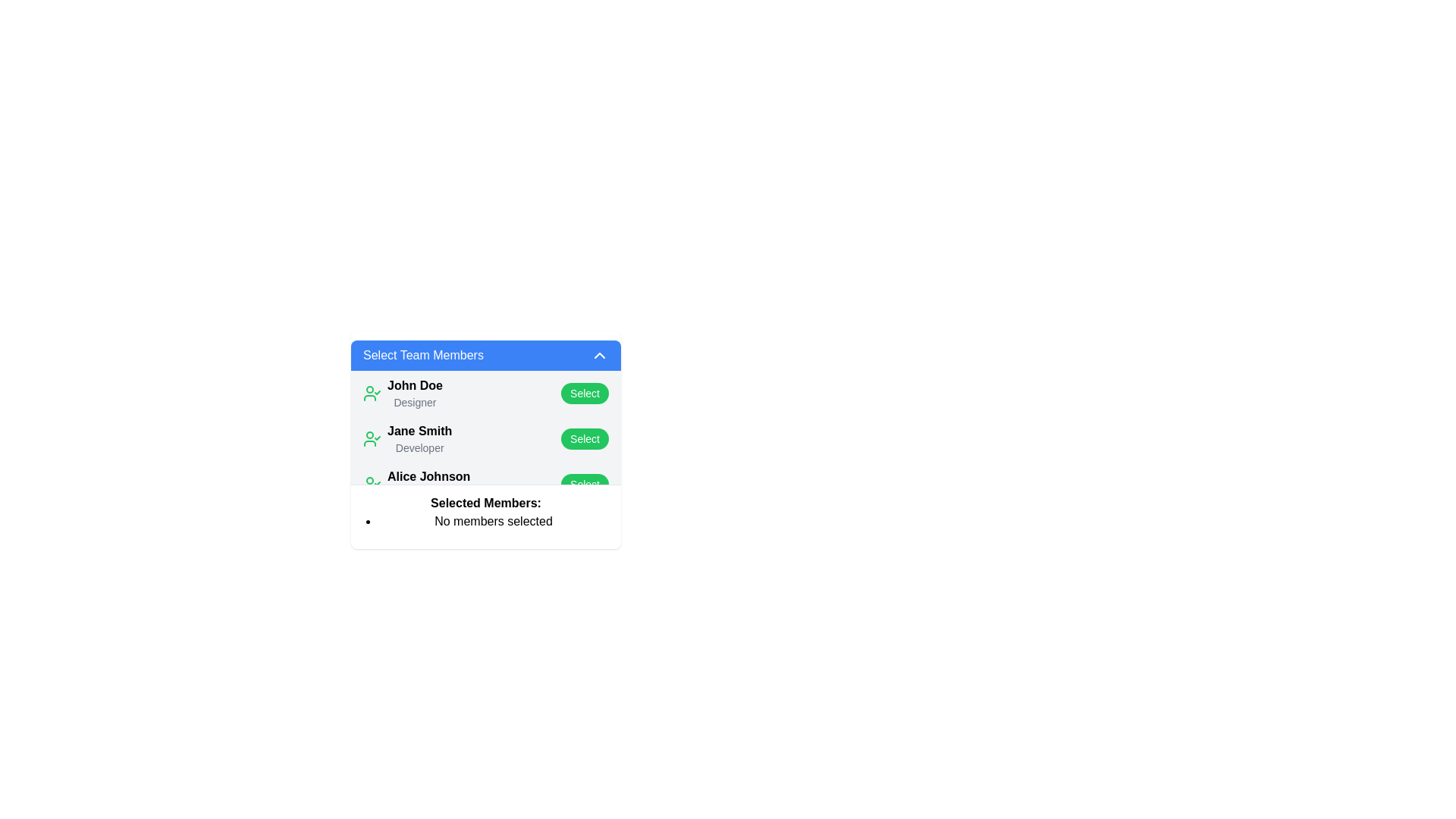 The height and width of the screenshot is (819, 1456). What do you see at coordinates (372, 438) in the screenshot?
I see `the user icon representing 'Jane Smith, Developer' which indicates a confirmation or selected status, located on the leftmost side of the list item` at bounding box center [372, 438].